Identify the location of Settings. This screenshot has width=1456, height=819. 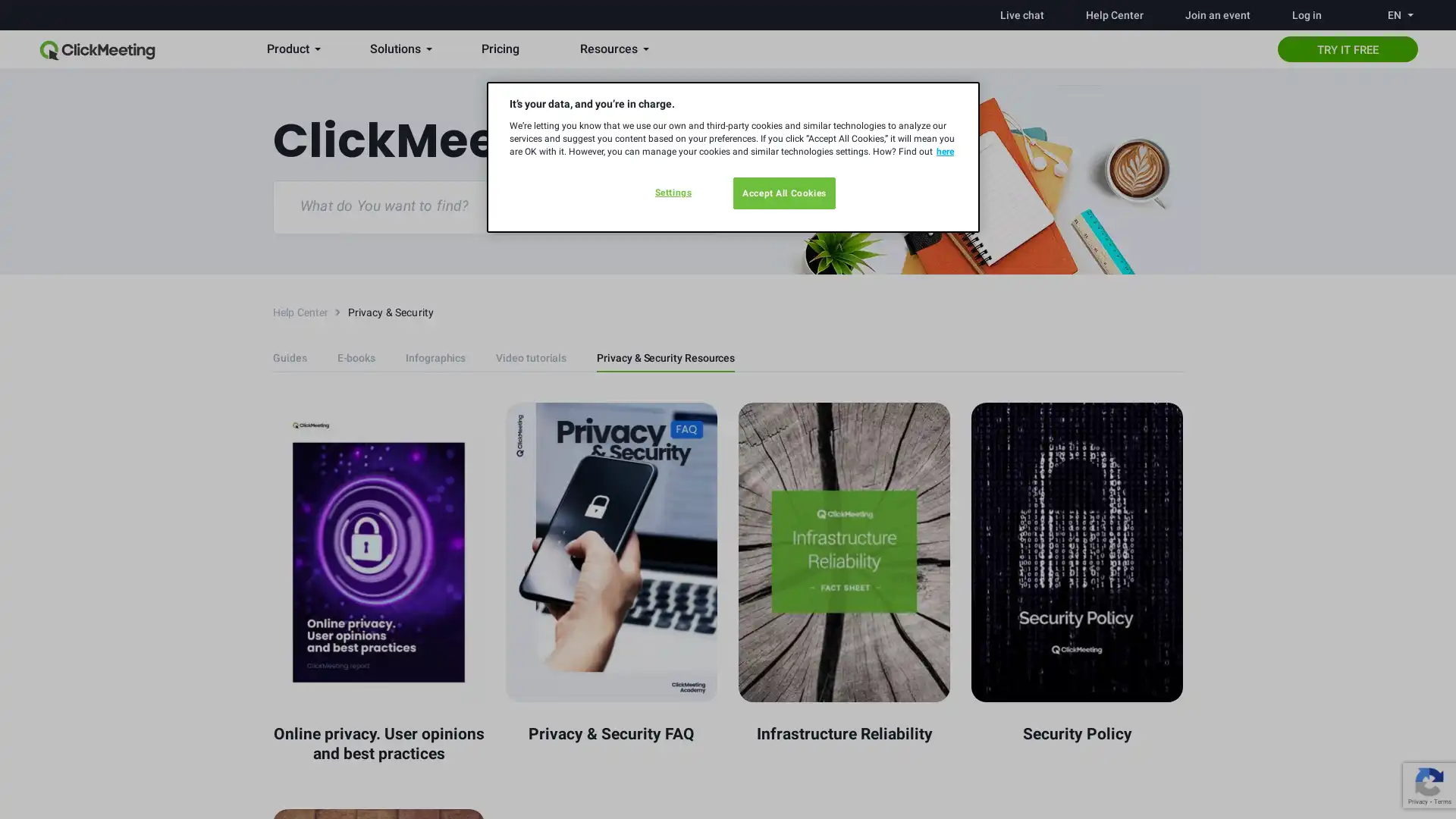
(672, 192).